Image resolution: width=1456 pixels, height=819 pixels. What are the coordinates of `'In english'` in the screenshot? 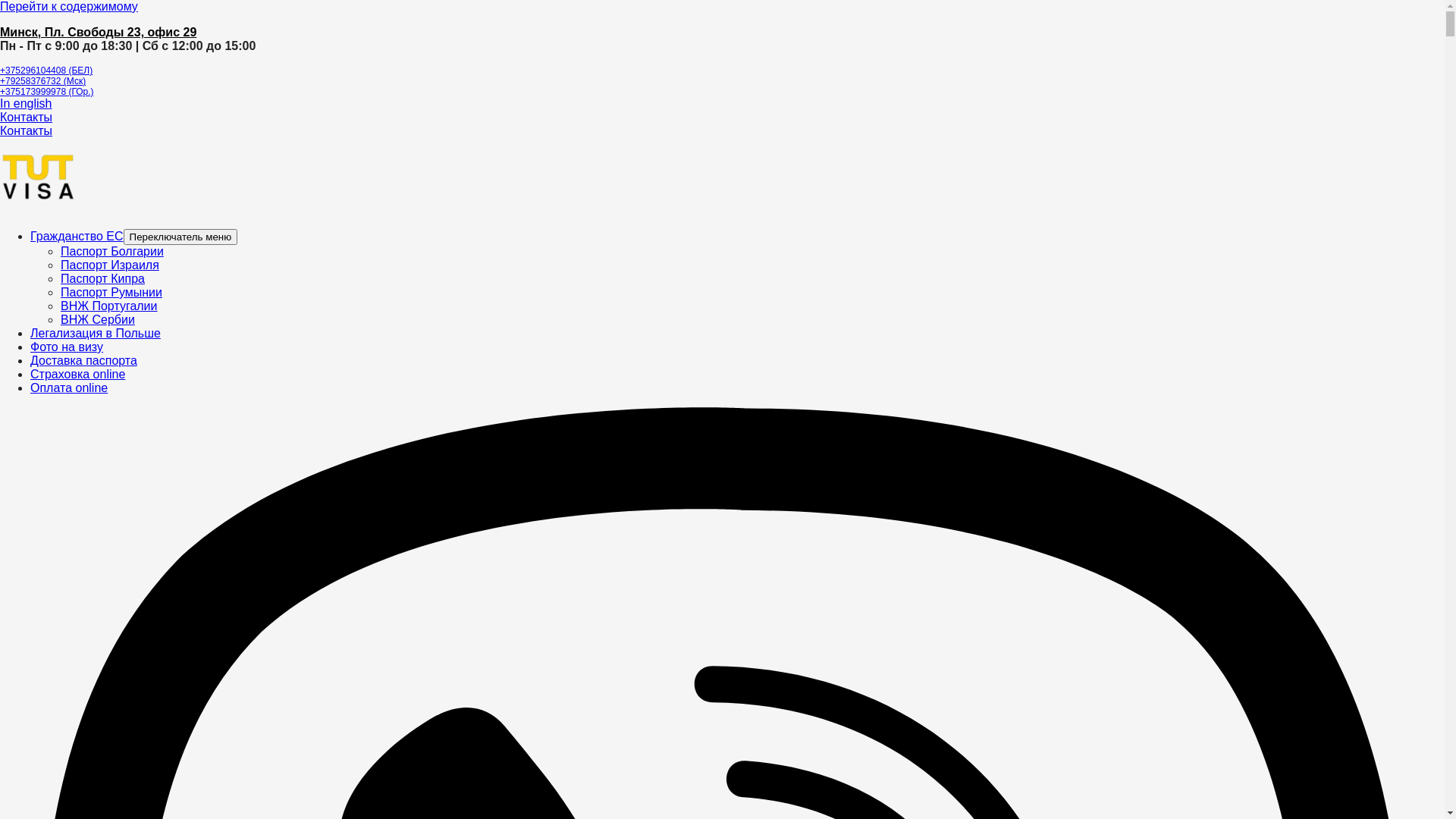 It's located at (26, 102).